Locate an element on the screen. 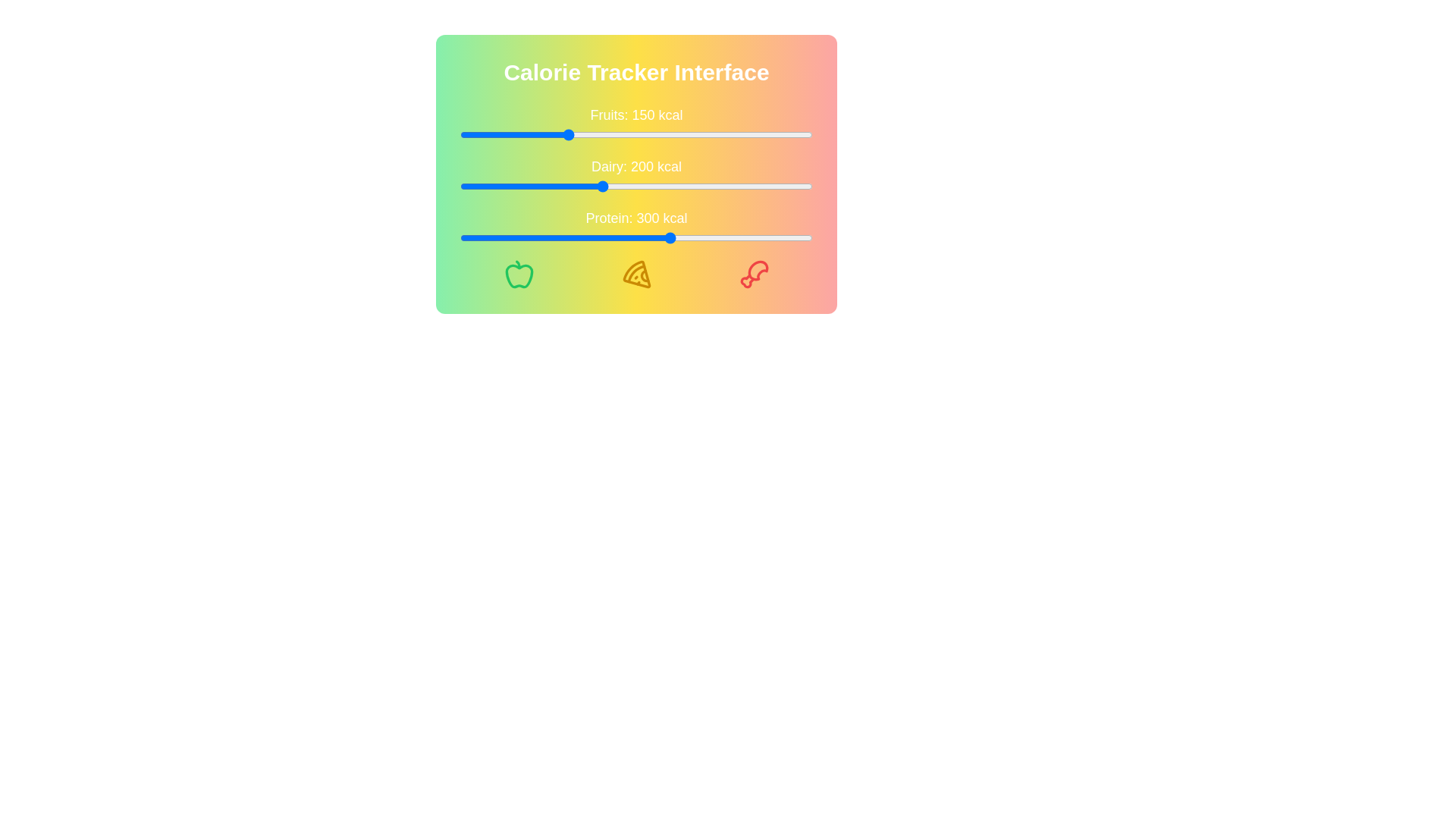 The image size is (1456, 819). the Drumstick icon to interact with it is located at coordinates (754, 275).